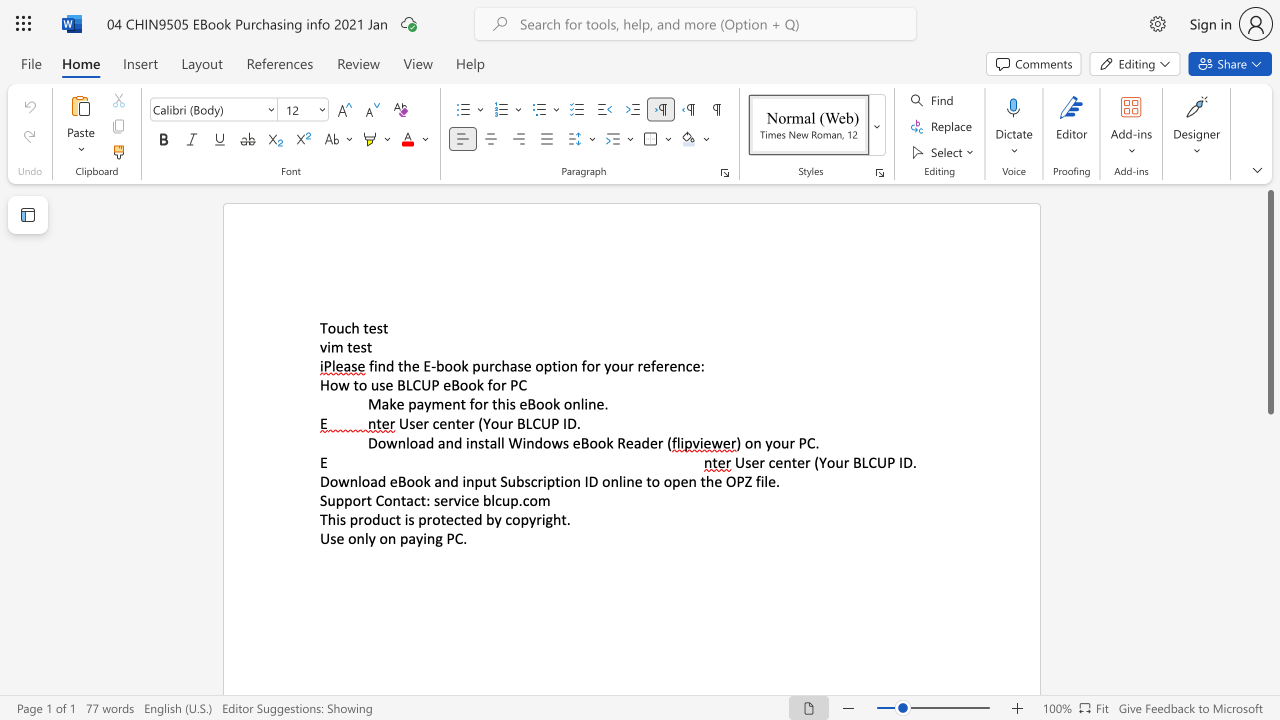 The image size is (1280, 720). I want to click on the space between the continuous character "s" and "e" in the text, so click(524, 366).